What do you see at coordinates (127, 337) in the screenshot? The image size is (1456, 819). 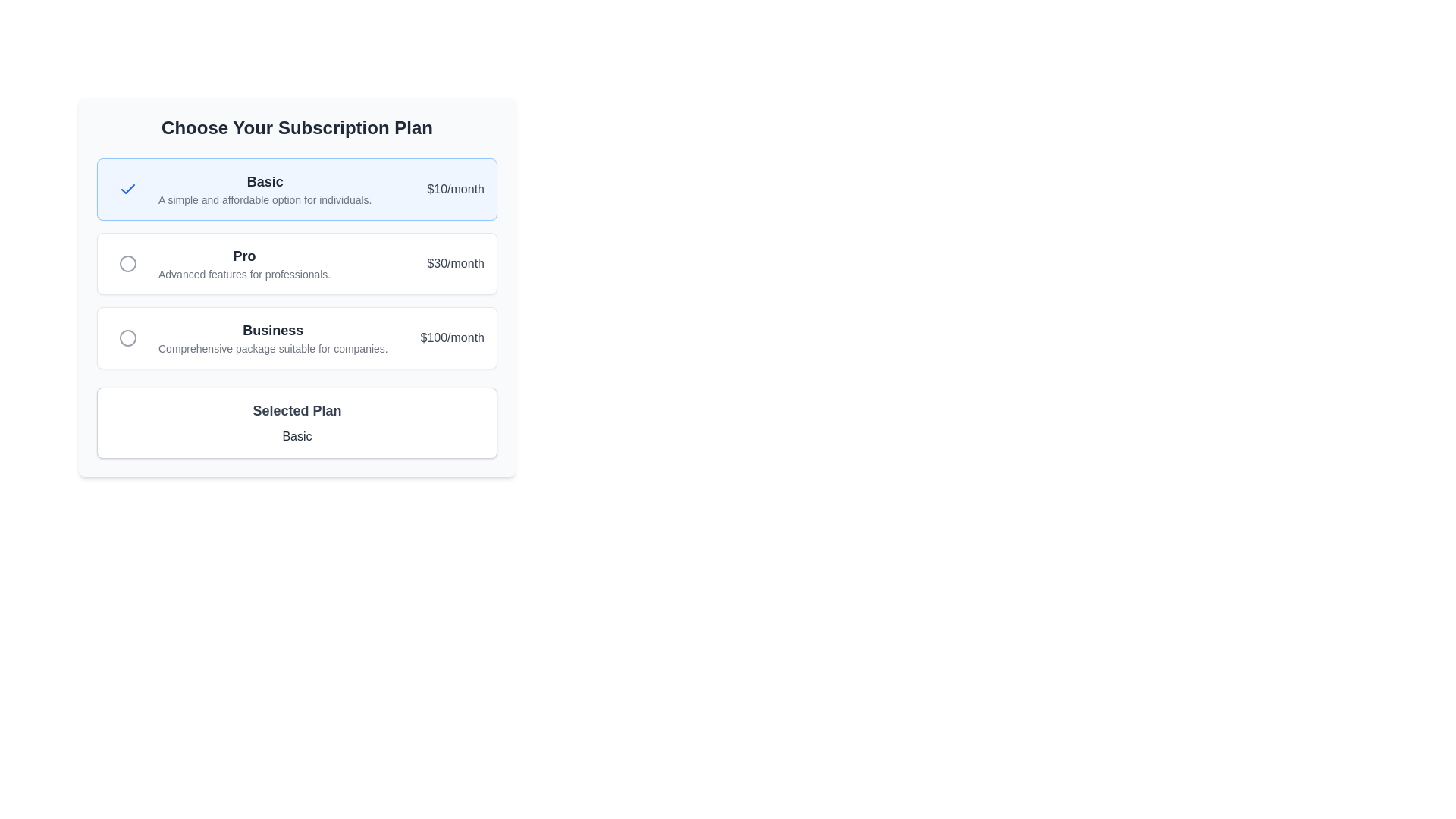 I see `the unselected radio button for the 'Business' subscription plan located to the left of the 'Business' option in the subscription plan selection interface` at bounding box center [127, 337].